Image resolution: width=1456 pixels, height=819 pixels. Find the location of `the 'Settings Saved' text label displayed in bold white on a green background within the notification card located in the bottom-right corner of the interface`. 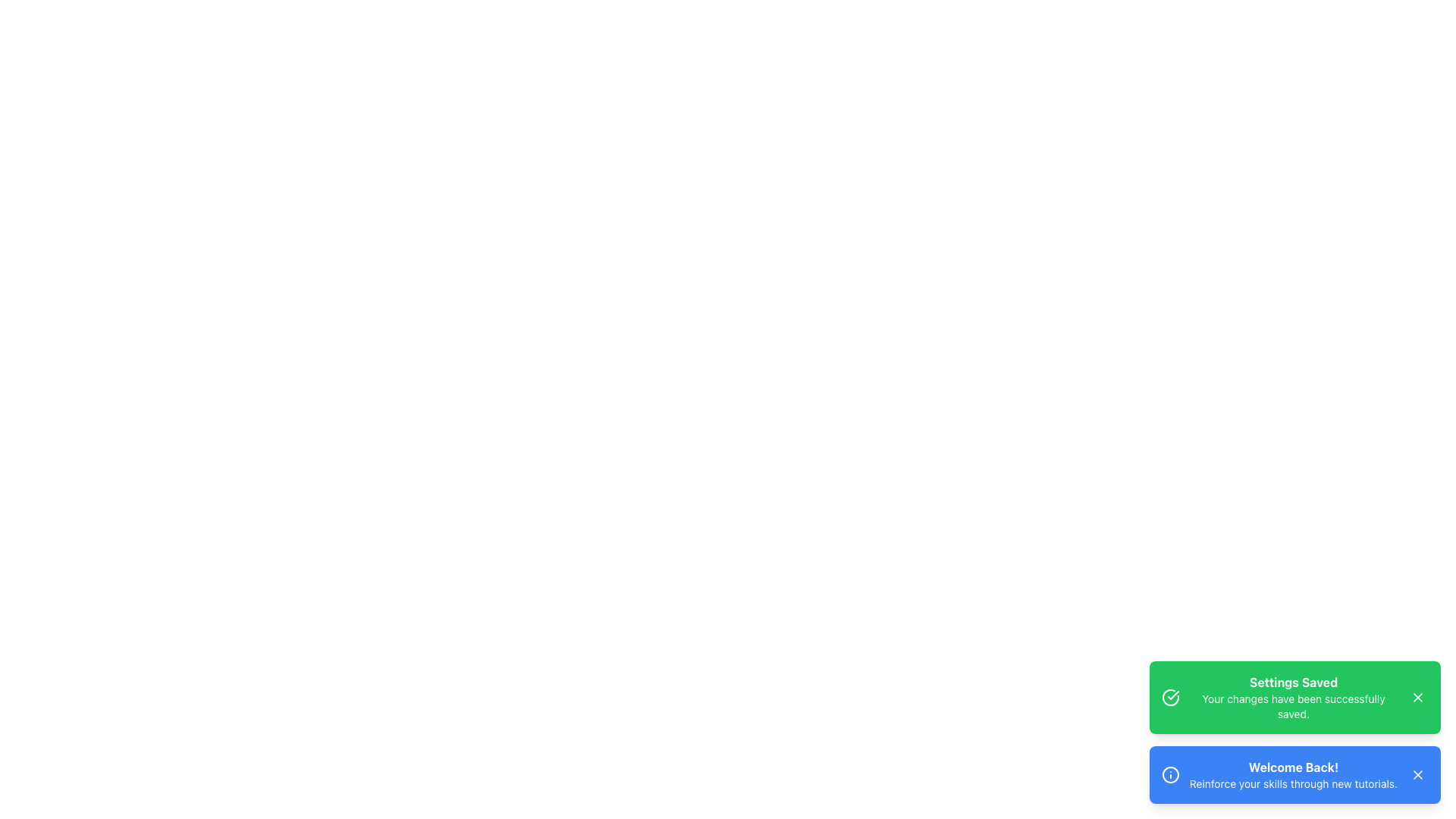

the 'Settings Saved' text label displayed in bold white on a green background within the notification card located in the bottom-right corner of the interface is located at coordinates (1292, 681).